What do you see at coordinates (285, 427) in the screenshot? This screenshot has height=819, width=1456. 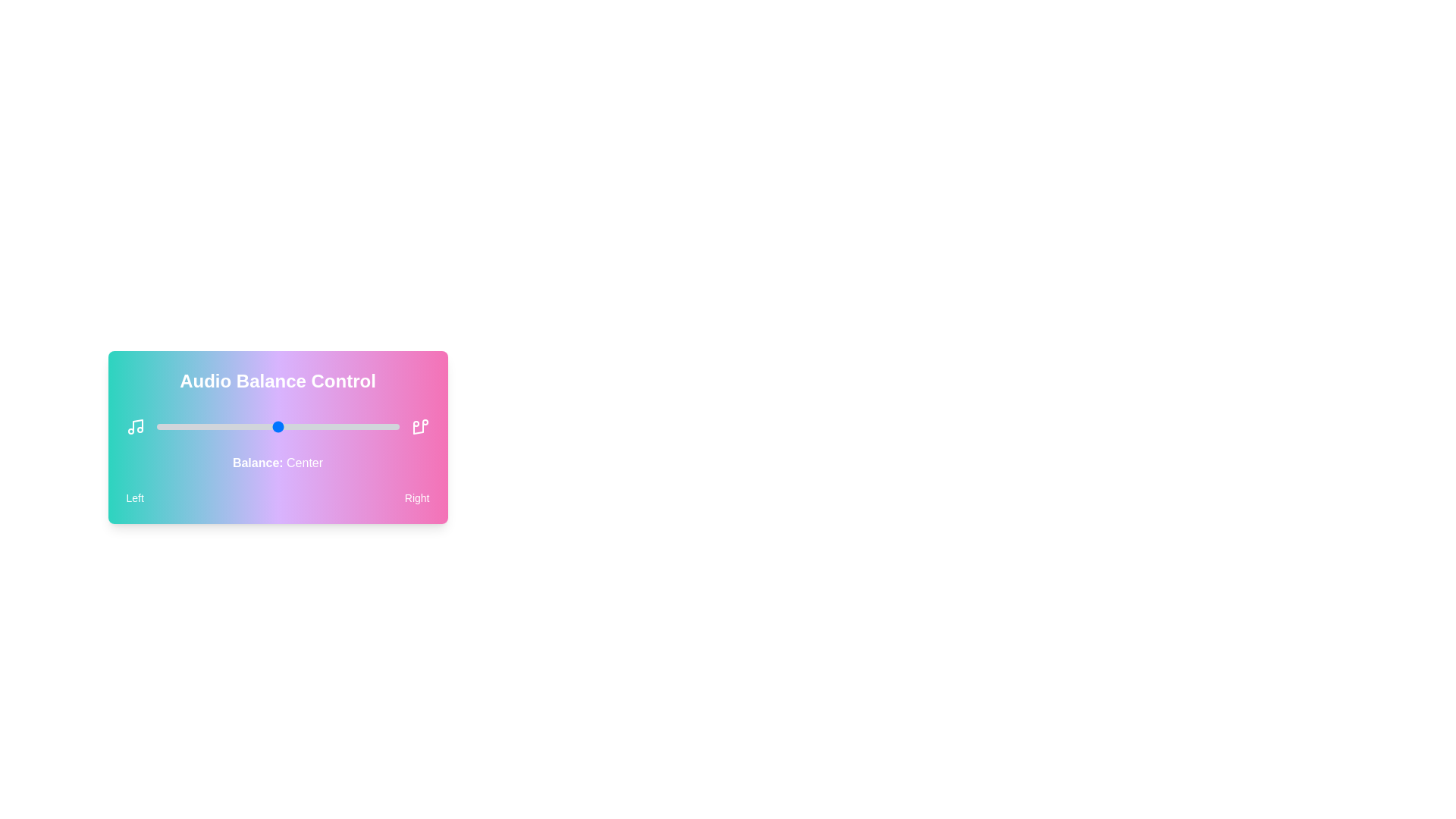 I see `the audio balance slider to 53 percent` at bounding box center [285, 427].